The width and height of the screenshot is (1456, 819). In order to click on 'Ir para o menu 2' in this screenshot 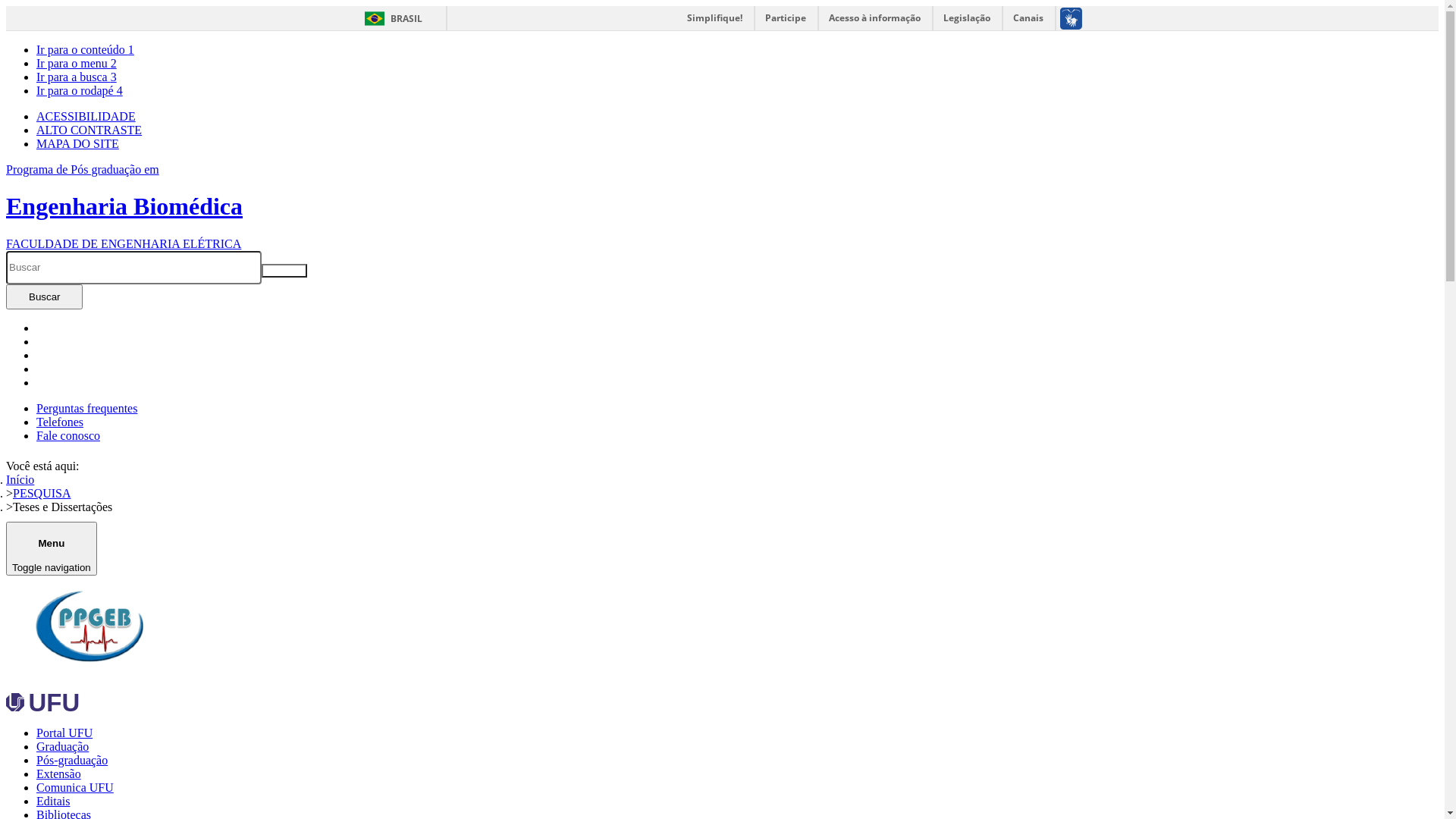, I will do `click(75, 62)`.